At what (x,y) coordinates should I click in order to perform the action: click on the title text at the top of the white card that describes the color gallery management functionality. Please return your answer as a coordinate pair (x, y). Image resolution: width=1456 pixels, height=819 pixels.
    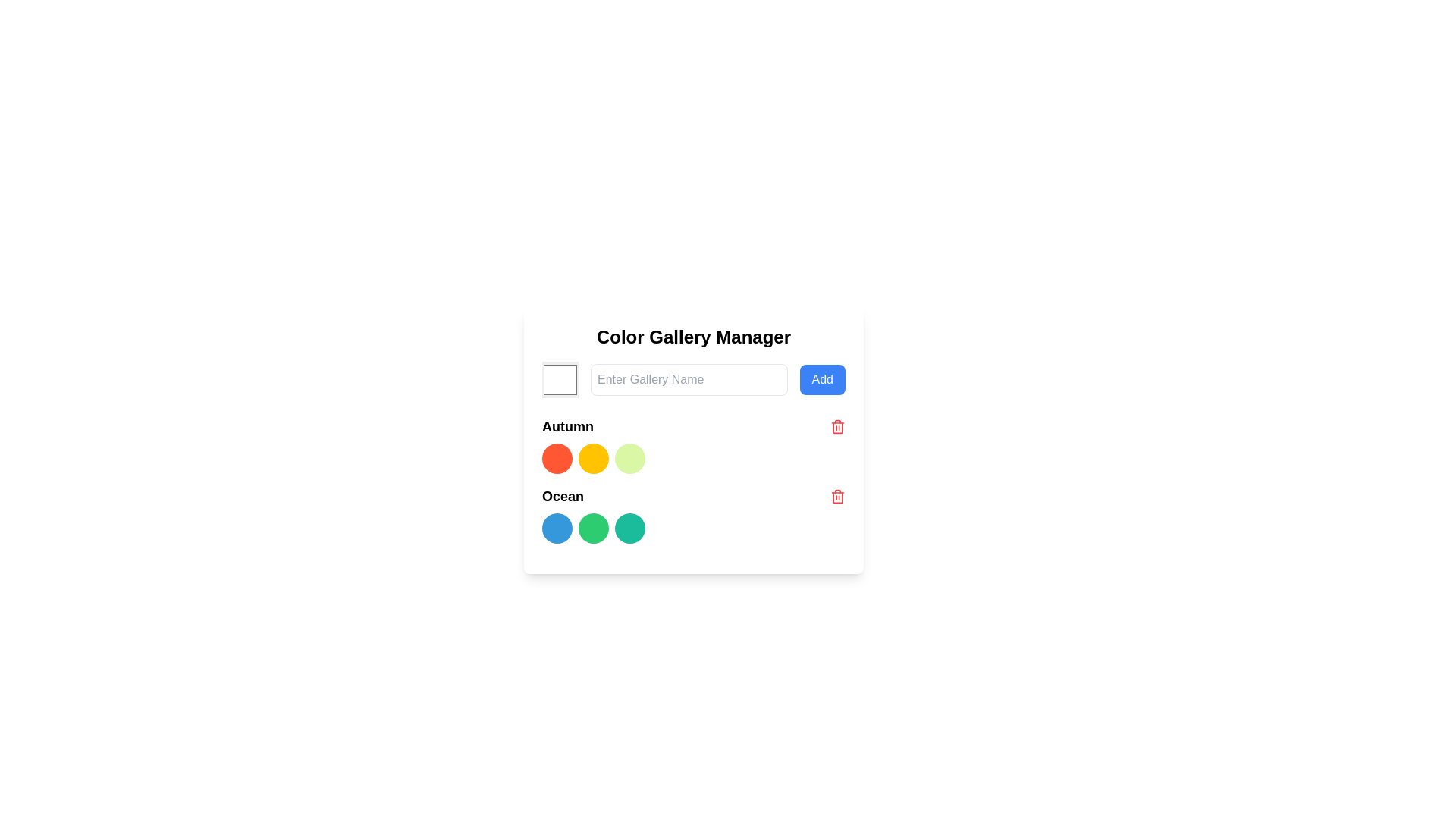
    Looking at the image, I should click on (693, 336).